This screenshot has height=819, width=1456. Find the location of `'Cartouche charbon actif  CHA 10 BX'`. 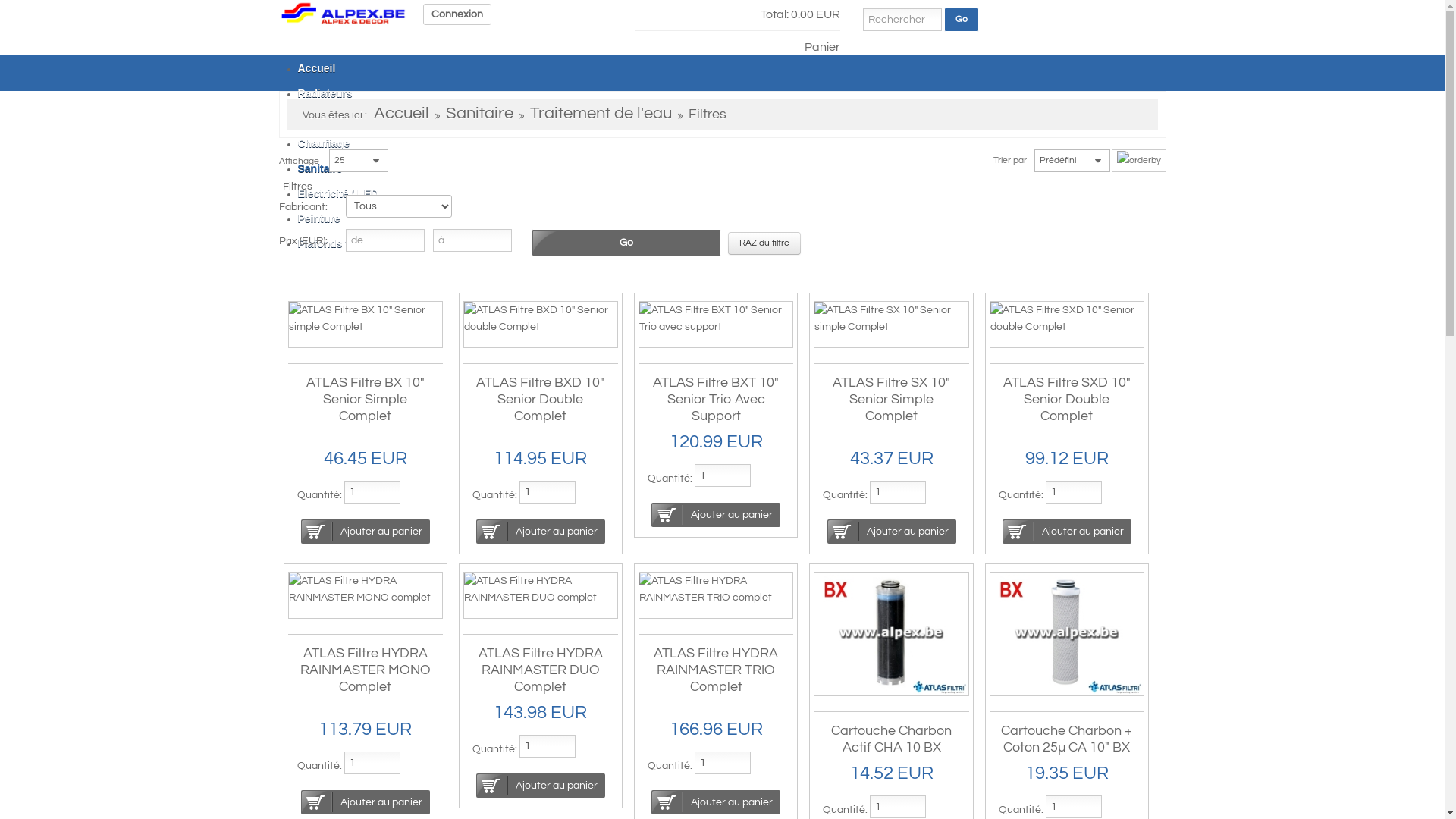

'Cartouche charbon actif  CHA 10 BX' is located at coordinates (891, 634).